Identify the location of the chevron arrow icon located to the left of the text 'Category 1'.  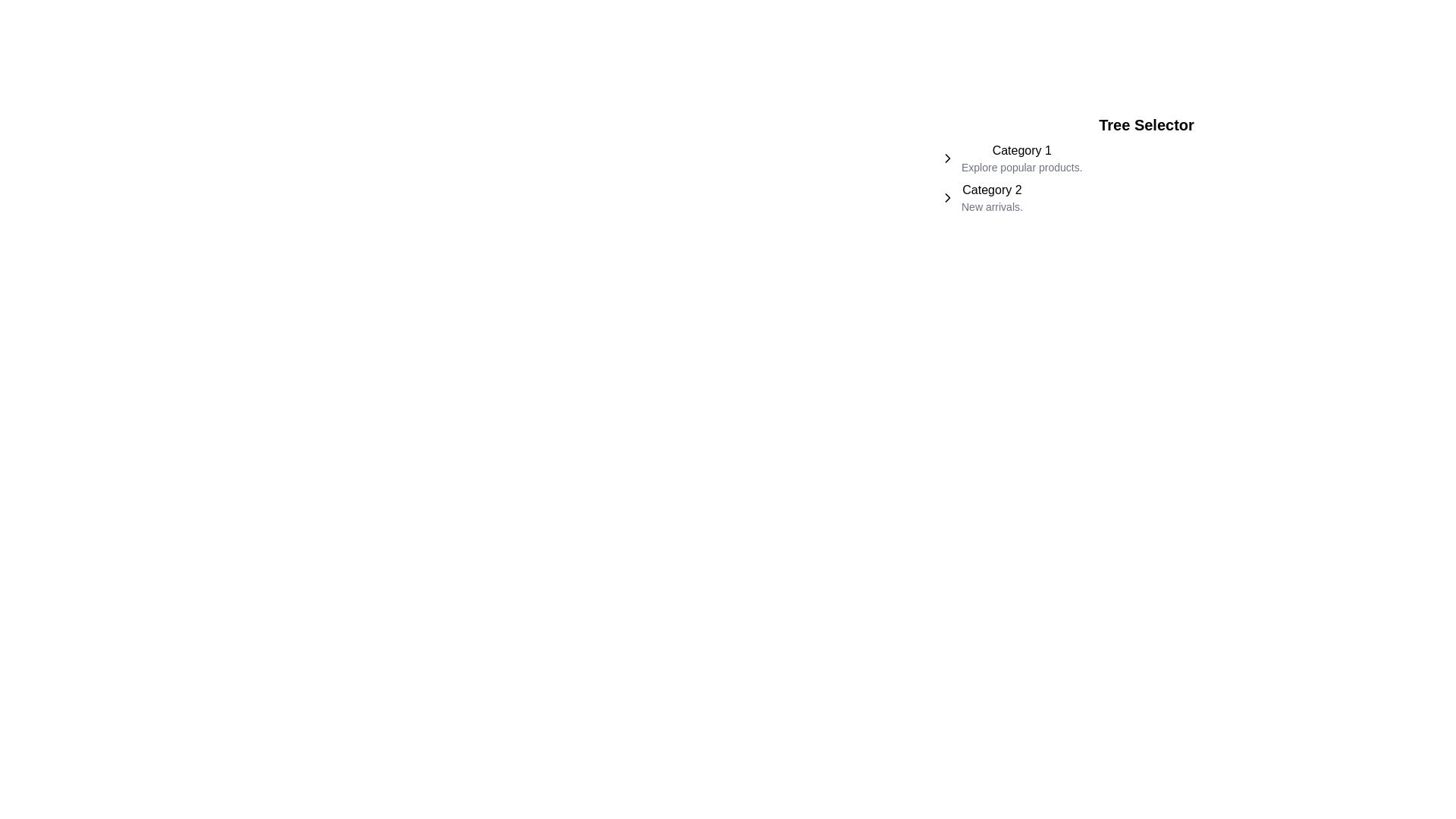
(946, 158).